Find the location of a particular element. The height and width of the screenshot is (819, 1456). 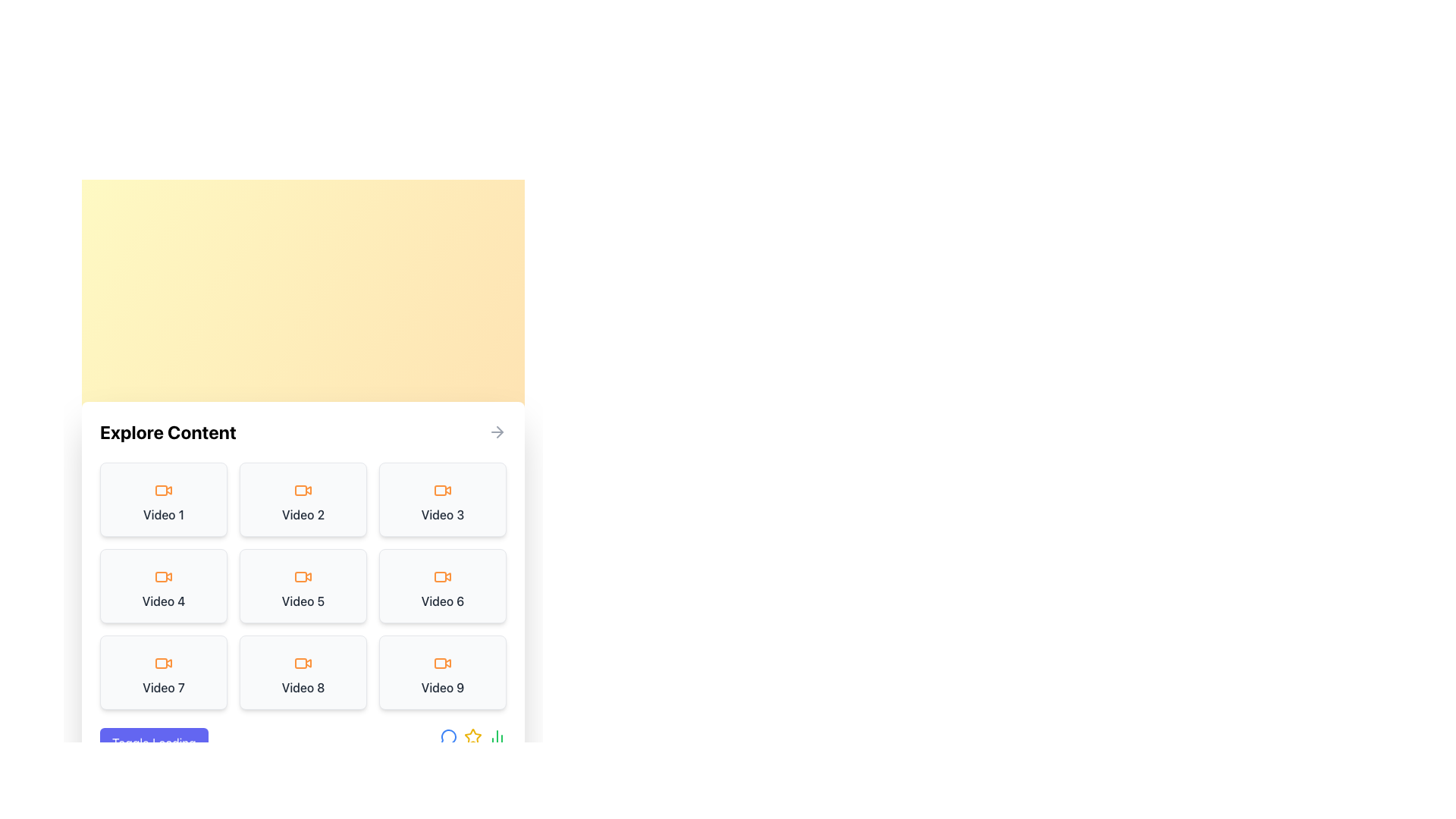

the icon representing video content located in the center of the card labeled 'Video 6' in the second row and third column of a 3x3 grid layout is located at coordinates (442, 576).